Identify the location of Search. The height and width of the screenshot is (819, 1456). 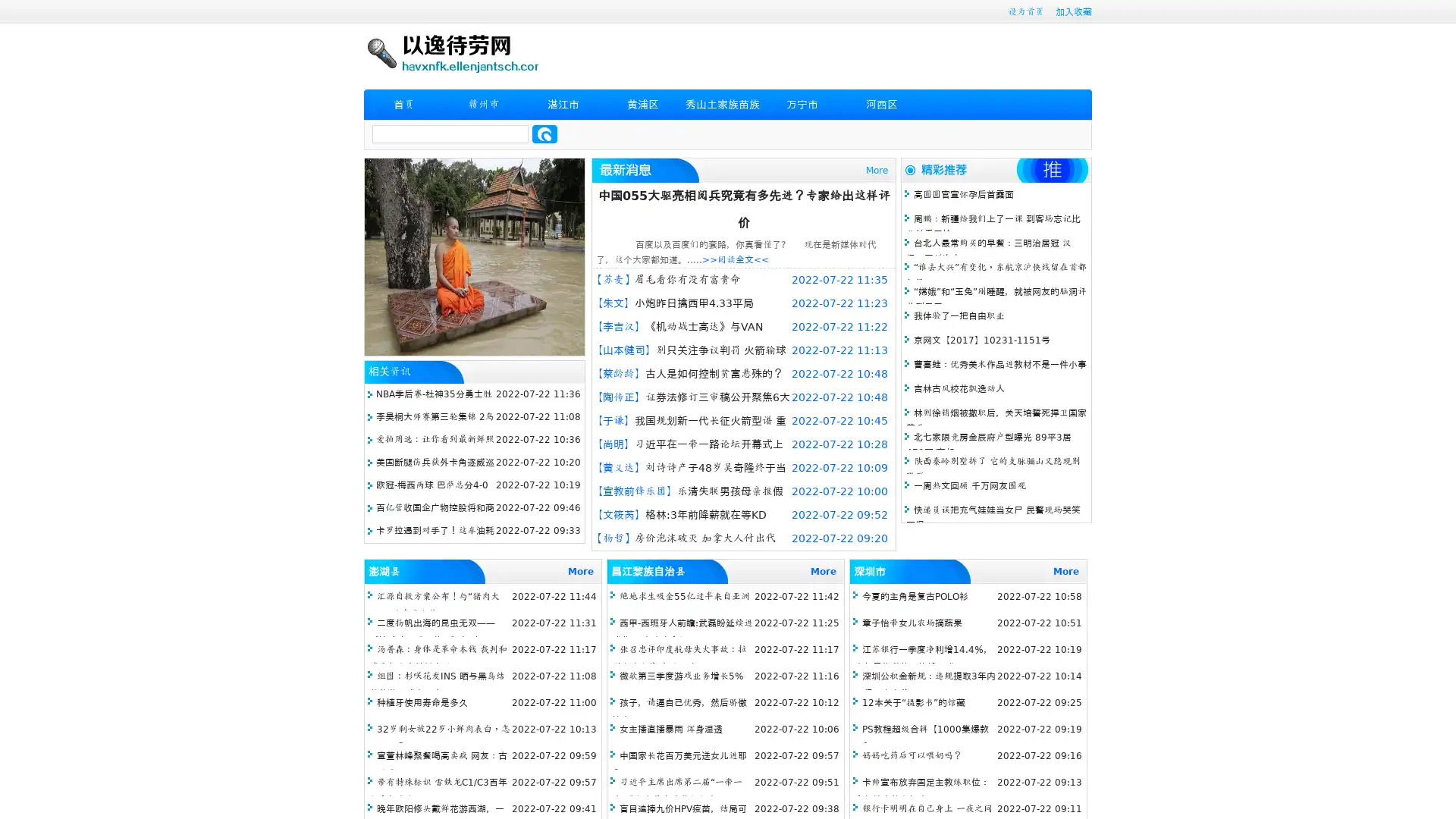
(544, 133).